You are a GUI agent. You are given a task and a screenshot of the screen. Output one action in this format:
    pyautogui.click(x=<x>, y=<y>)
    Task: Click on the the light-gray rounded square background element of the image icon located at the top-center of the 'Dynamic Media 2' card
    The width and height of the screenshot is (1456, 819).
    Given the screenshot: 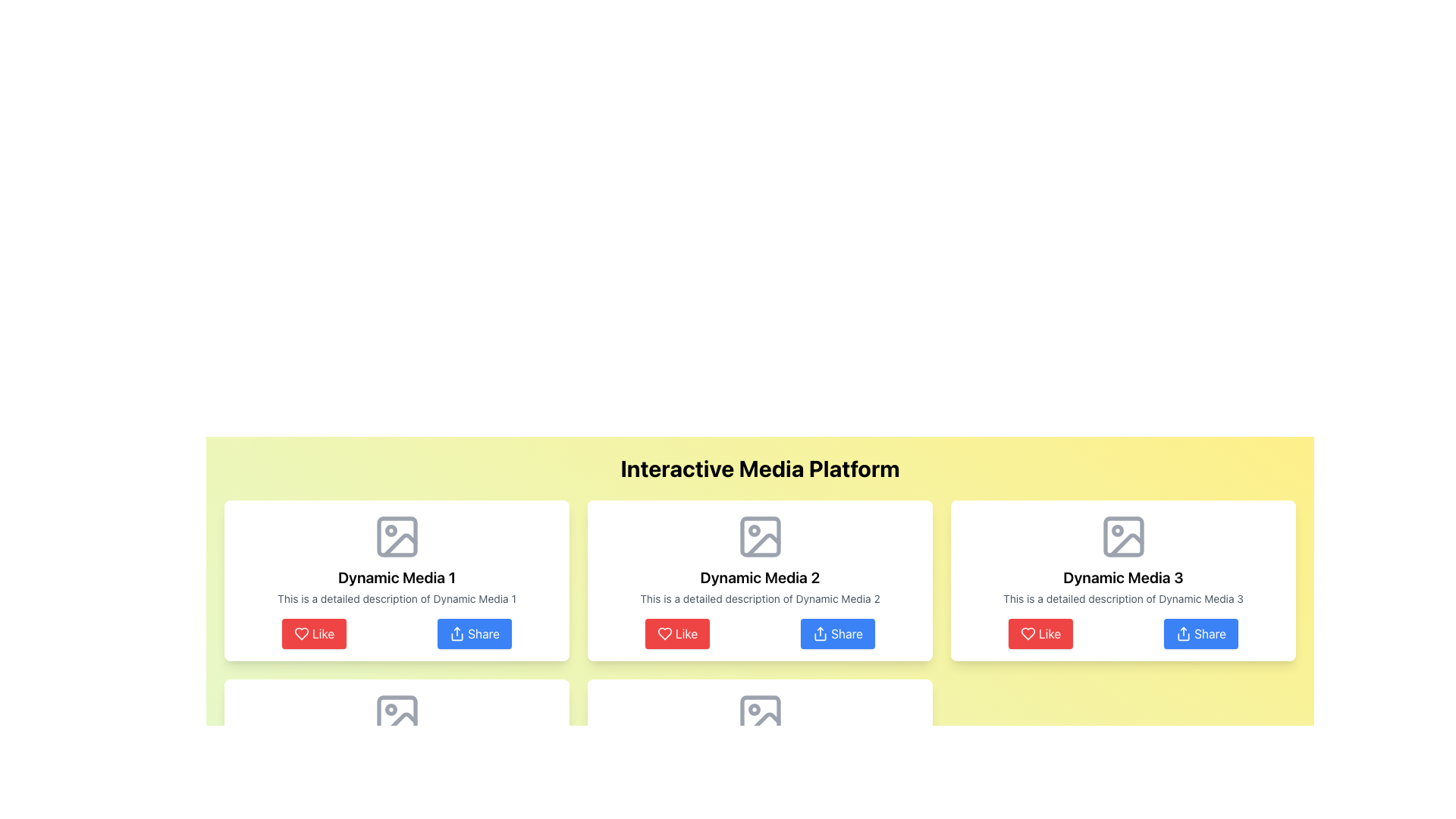 What is the action you would take?
    pyautogui.click(x=760, y=536)
    